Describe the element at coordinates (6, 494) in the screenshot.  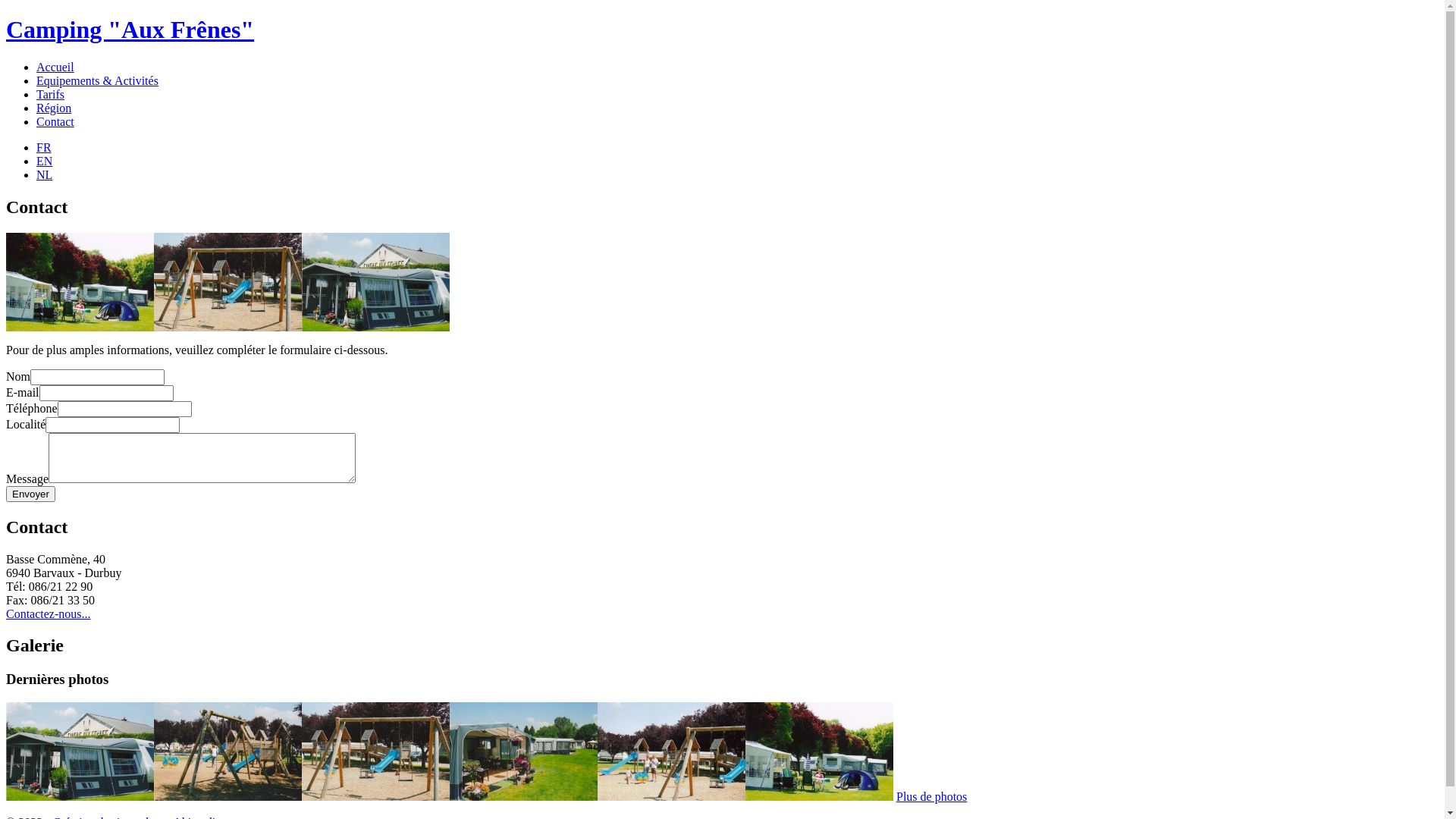
I see `'Envoyer'` at that location.